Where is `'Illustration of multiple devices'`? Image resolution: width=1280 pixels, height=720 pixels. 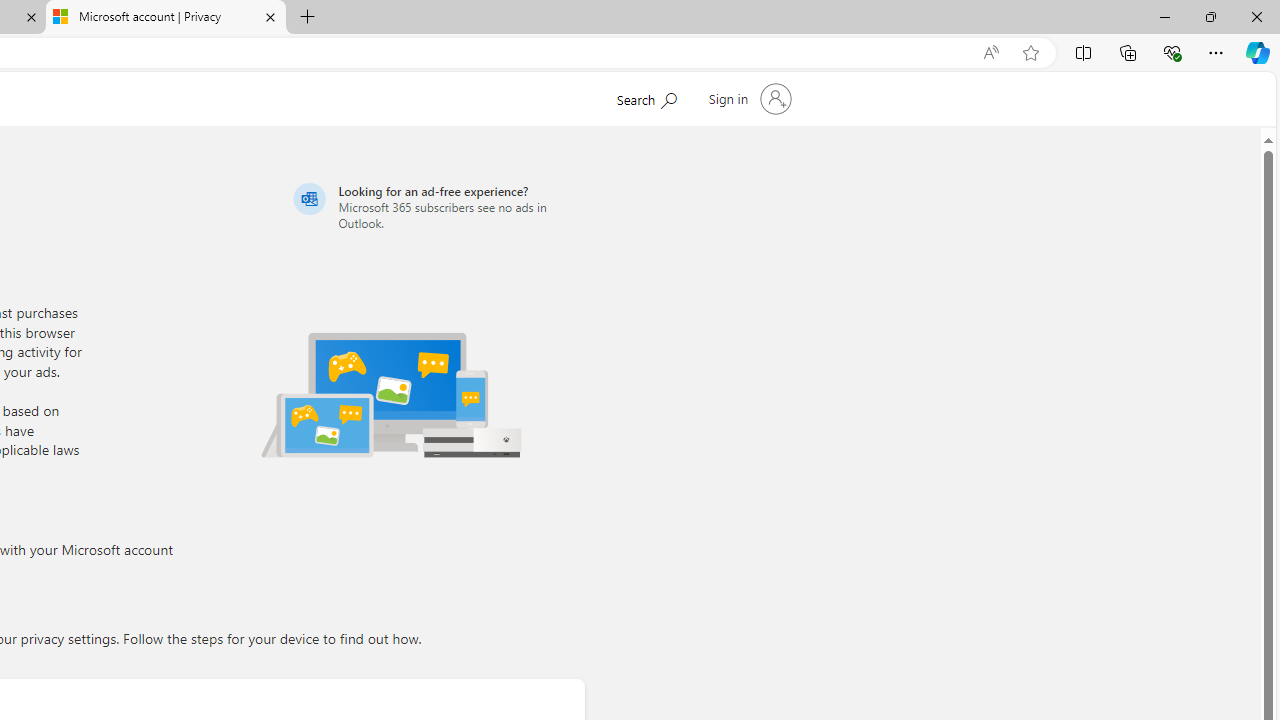 'Illustration of multiple devices' is located at coordinates (391, 394).